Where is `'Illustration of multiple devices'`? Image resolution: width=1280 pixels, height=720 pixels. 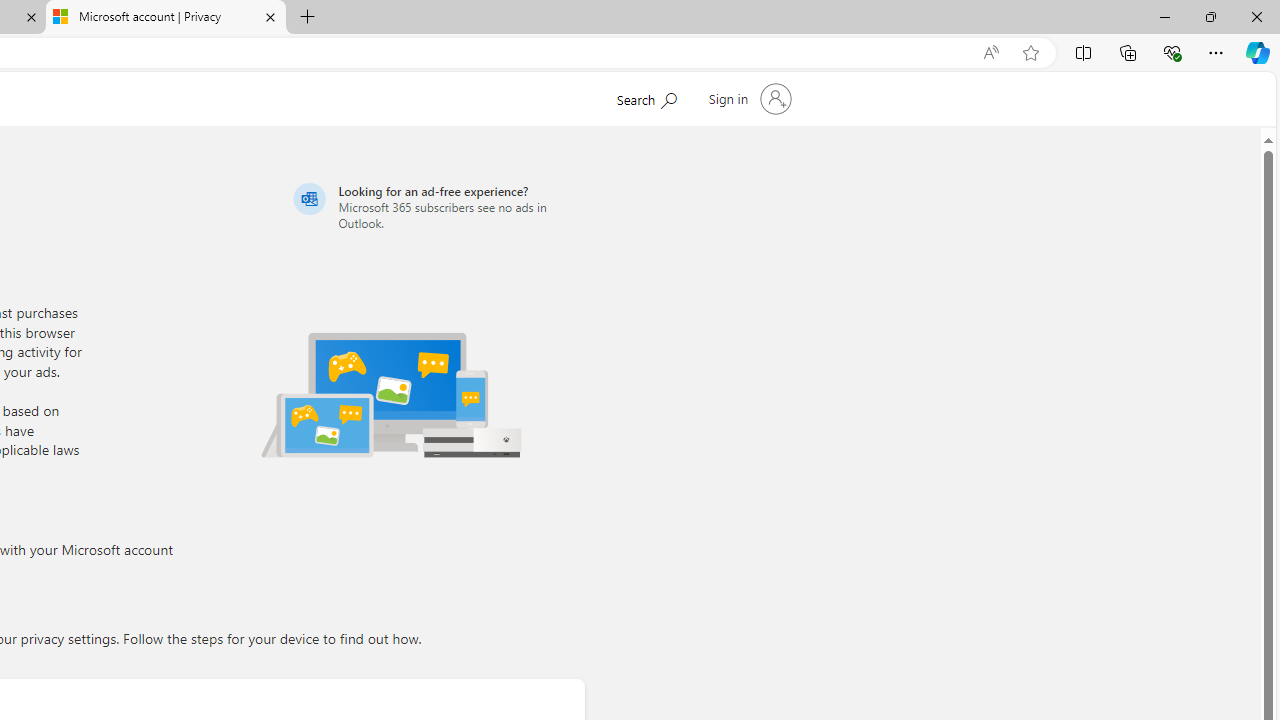 'Illustration of multiple devices' is located at coordinates (391, 394).